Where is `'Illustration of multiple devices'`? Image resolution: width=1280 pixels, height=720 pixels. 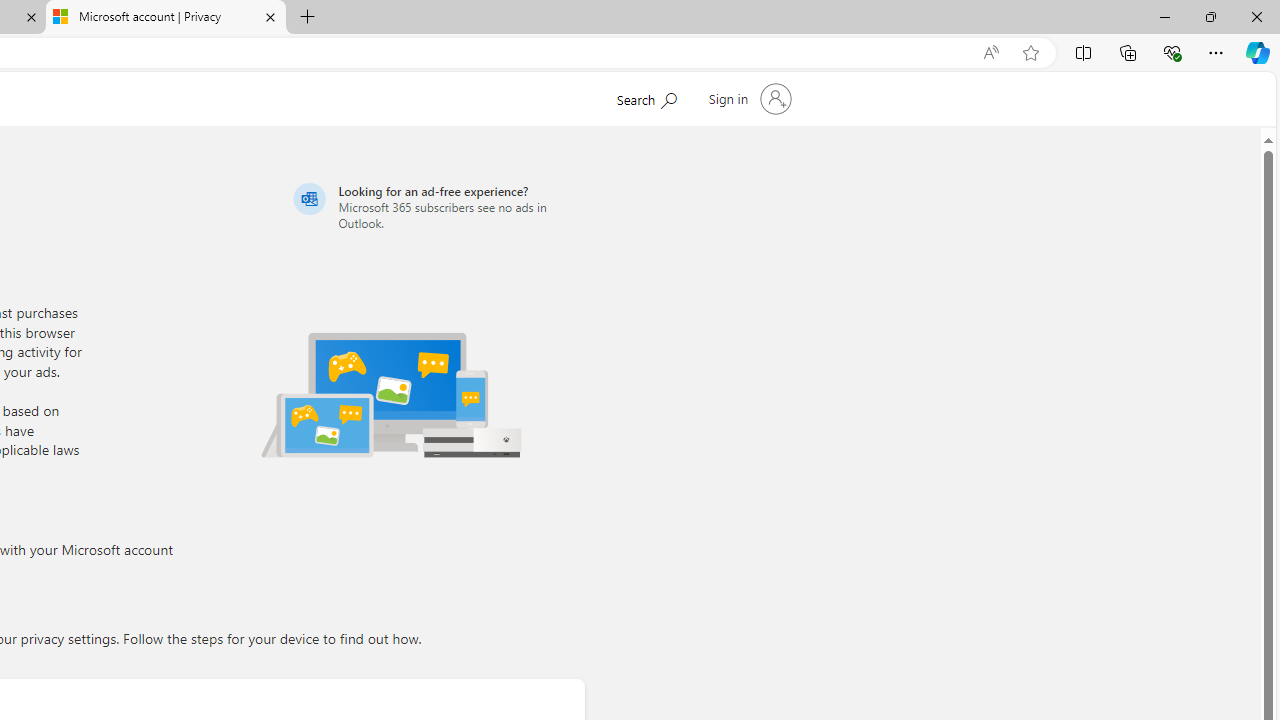 'Illustration of multiple devices' is located at coordinates (391, 394).